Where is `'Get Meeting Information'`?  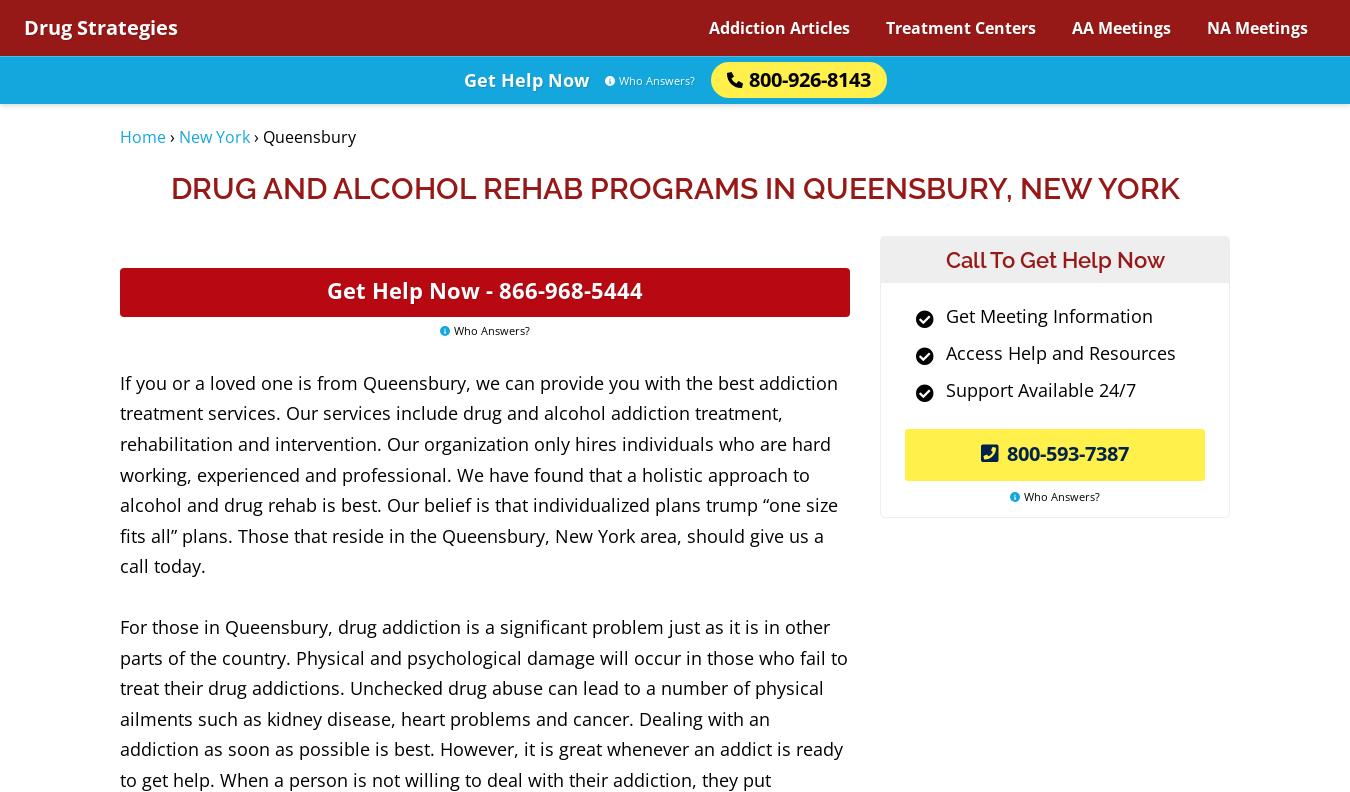
'Get Meeting Information' is located at coordinates (1049, 315).